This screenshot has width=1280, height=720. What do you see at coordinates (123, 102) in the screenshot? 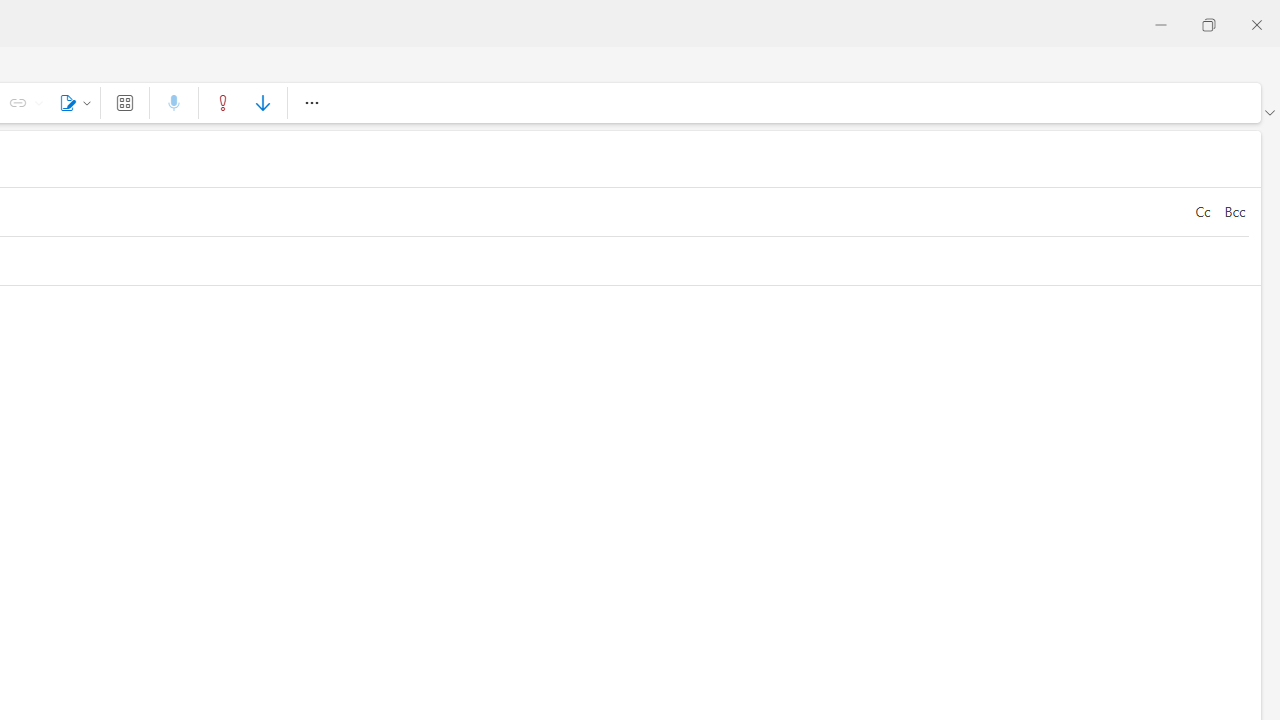
I see `'Apps'` at bounding box center [123, 102].